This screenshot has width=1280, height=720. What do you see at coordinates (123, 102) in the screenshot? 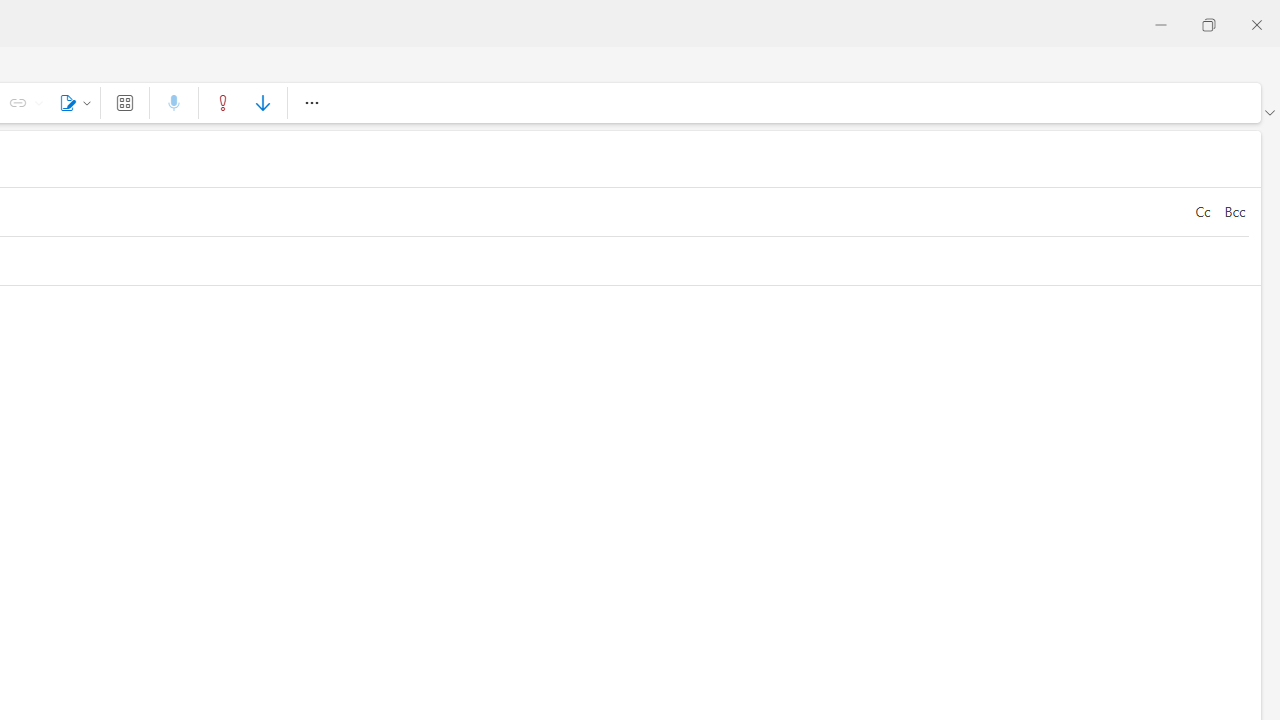
I see `'Apps'` at bounding box center [123, 102].